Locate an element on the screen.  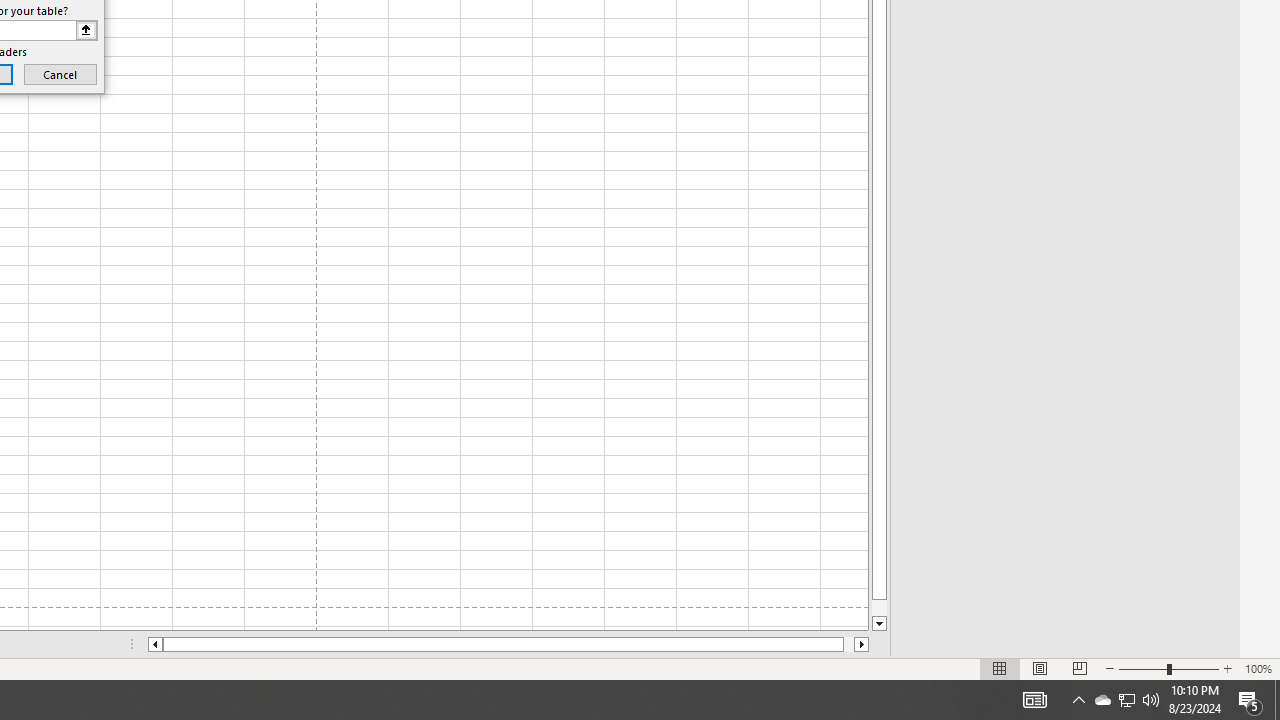
'Page right' is located at coordinates (848, 644).